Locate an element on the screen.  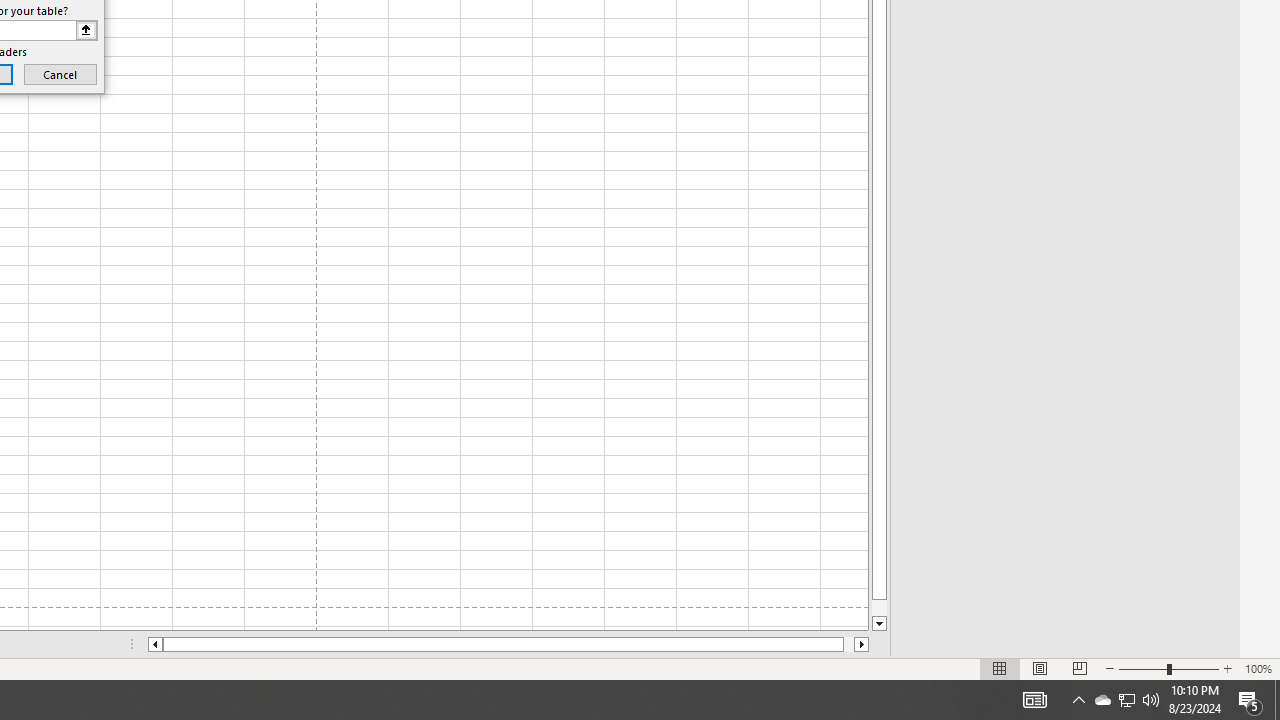
'Page right' is located at coordinates (848, 644).